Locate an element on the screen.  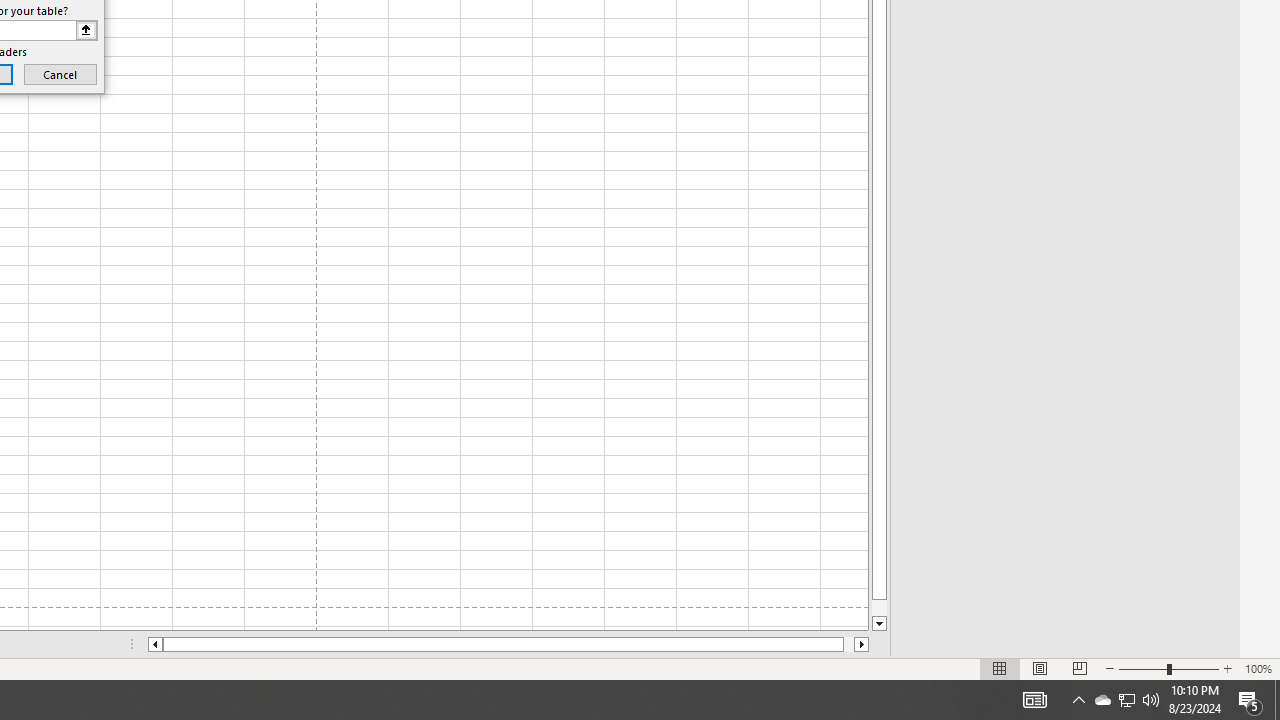
'Page right' is located at coordinates (848, 644).